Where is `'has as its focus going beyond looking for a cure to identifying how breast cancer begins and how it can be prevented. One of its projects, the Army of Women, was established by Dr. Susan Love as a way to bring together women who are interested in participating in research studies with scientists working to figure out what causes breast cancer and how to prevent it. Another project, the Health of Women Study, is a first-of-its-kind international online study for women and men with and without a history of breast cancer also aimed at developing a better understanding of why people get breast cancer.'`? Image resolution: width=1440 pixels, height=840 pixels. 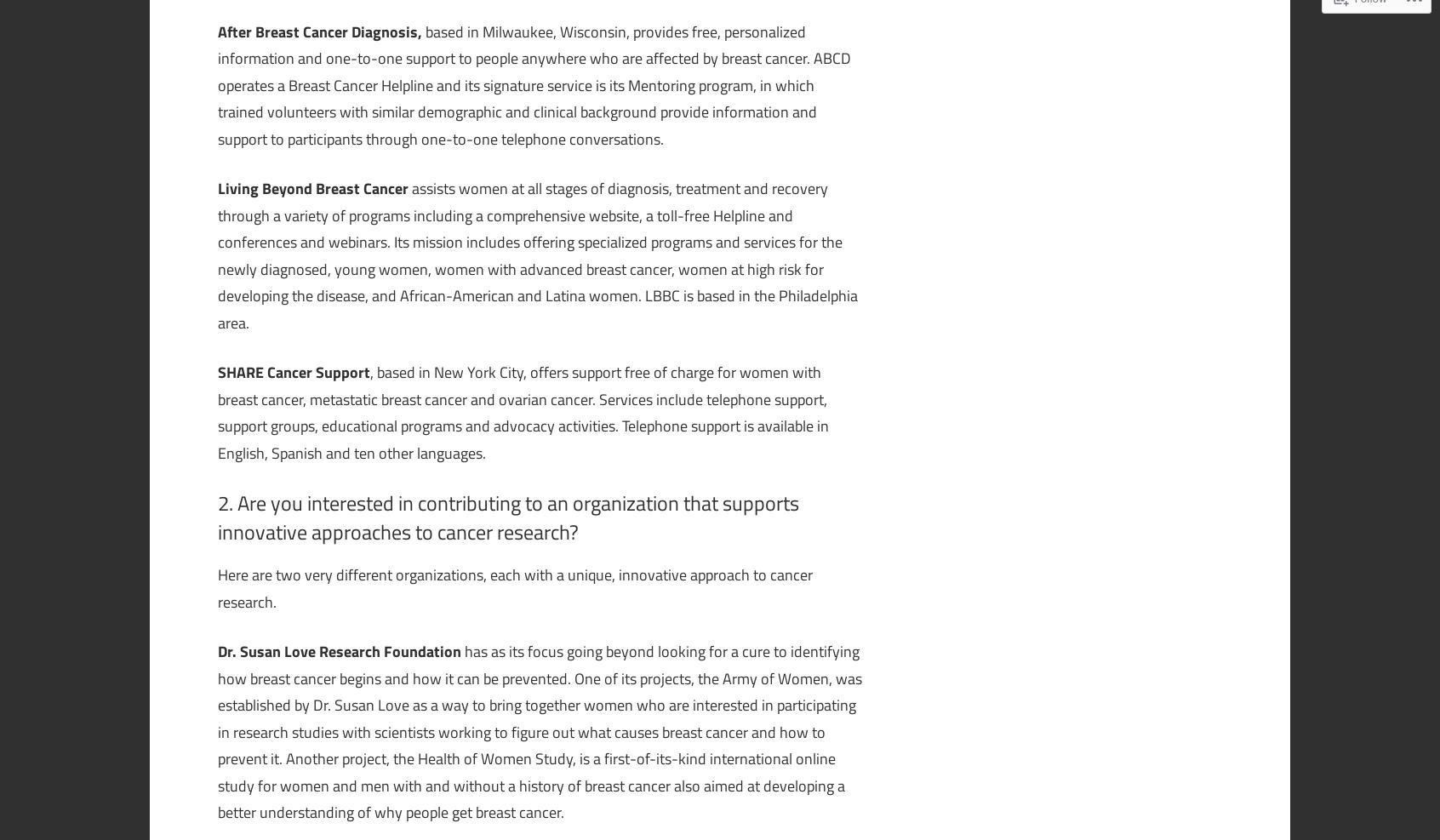
'has as its focus going beyond looking for a cure to identifying how breast cancer begins and how it can be prevented. One of its projects, the Army of Women, was established by Dr. Susan Love as a way to bring together women who are interested in participating in research studies with scientists working to figure out what causes breast cancer and how to prevent it. Another project, the Health of Women Study, is a first-of-its-kind international online study for women and men with and without a history of breast cancer also aimed at developing a better understanding of why people get breast cancer.' is located at coordinates (539, 730).